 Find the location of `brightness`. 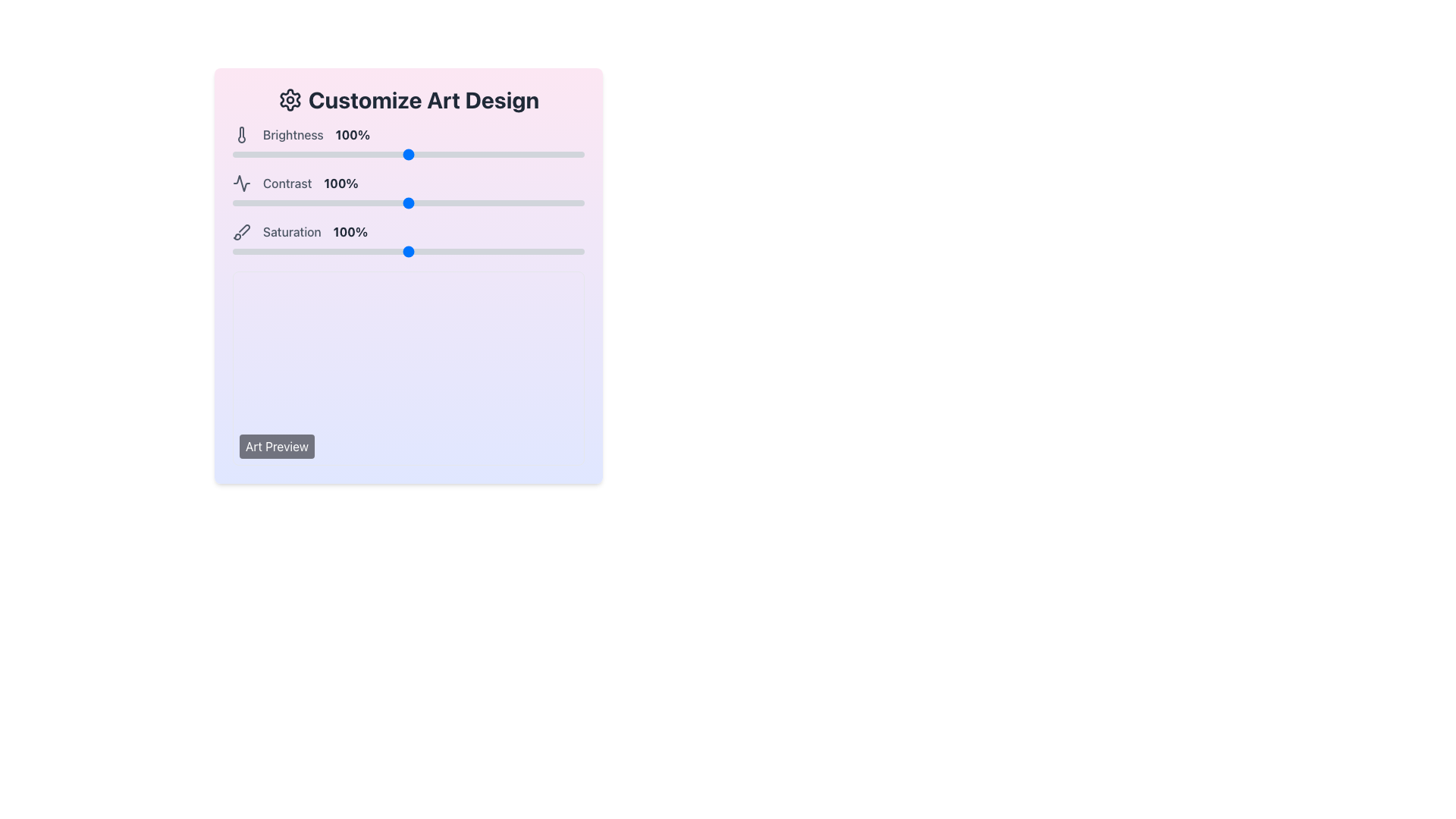

brightness is located at coordinates (359, 155).